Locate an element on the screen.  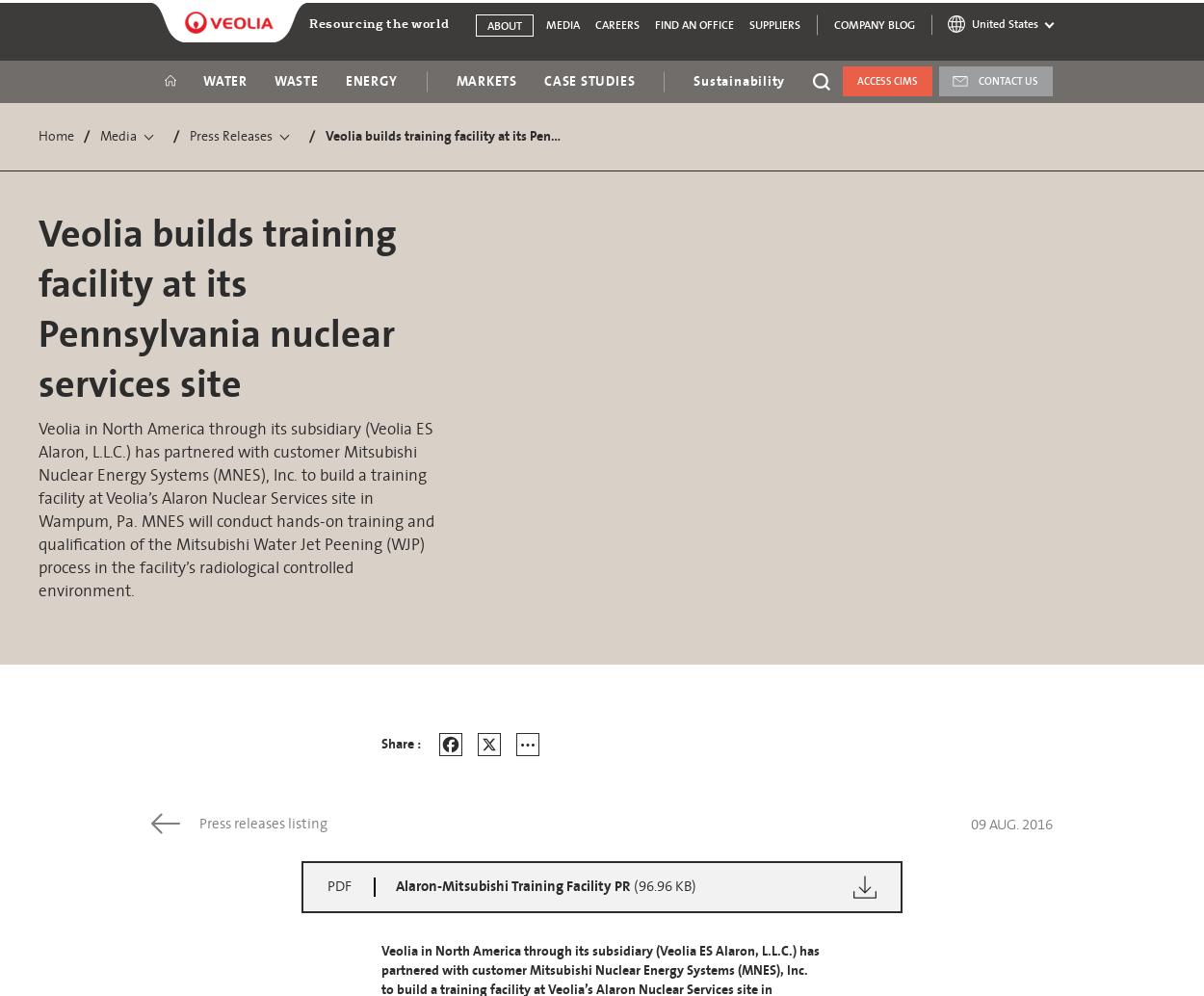
'Sarpi' is located at coordinates (861, 356).